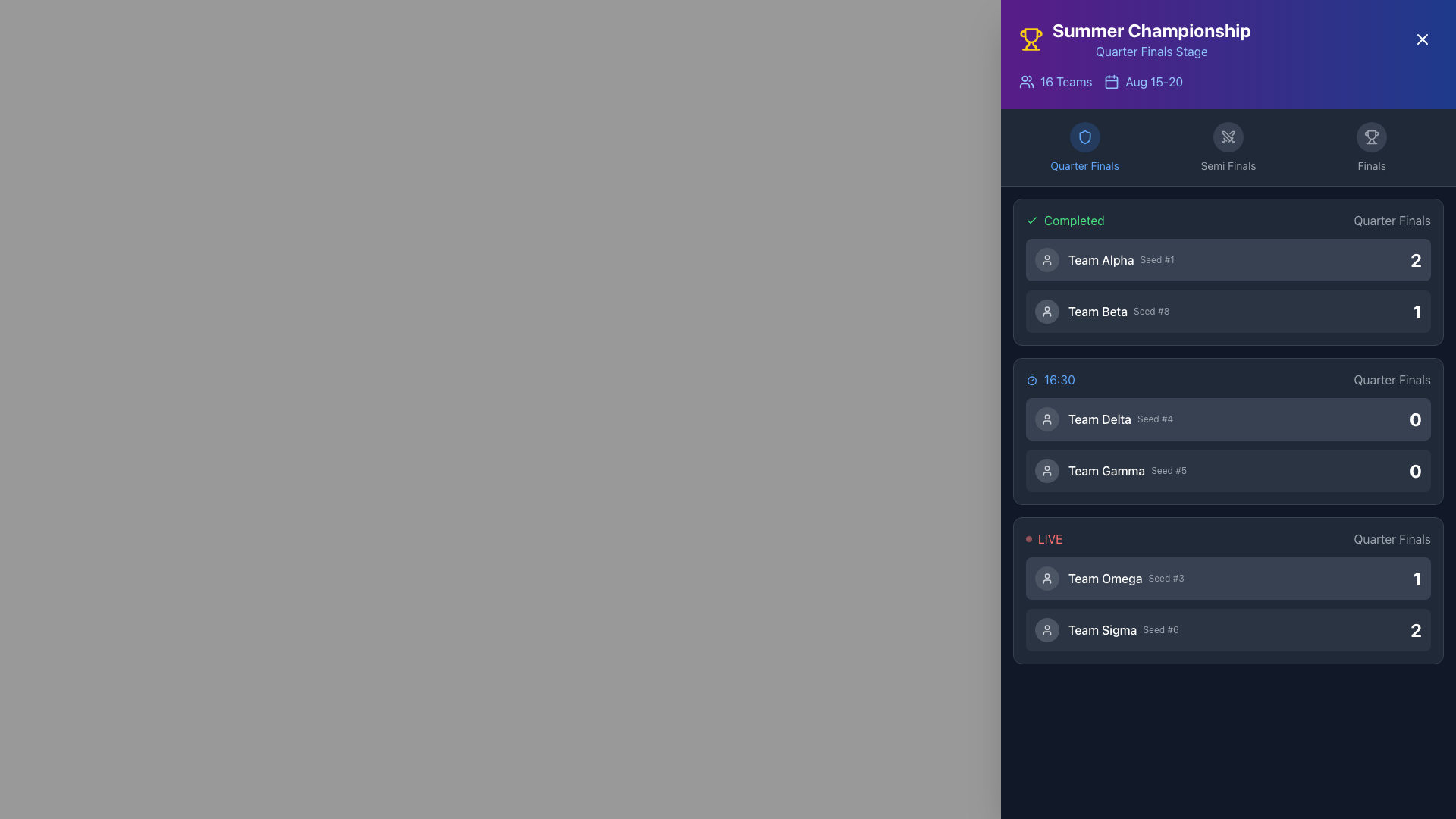  Describe the element at coordinates (1153, 82) in the screenshot. I see `the date range indicator text label located in the header section labeled 'Summer Championship' at the top right corner of the content panel` at that location.